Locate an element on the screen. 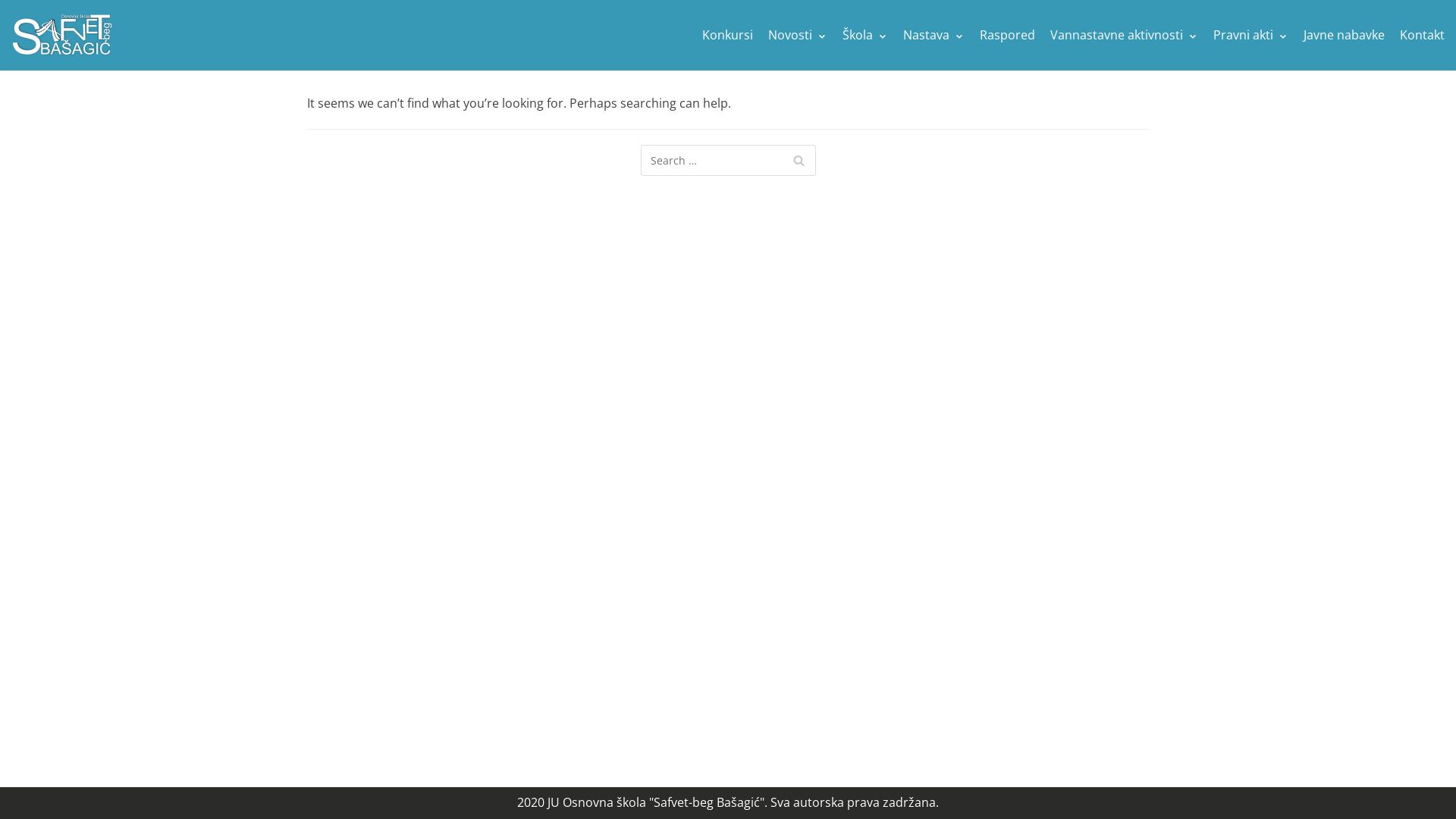 Image resolution: width=1456 pixels, height=819 pixels. 'Konkursi' is located at coordinates (726, 34).